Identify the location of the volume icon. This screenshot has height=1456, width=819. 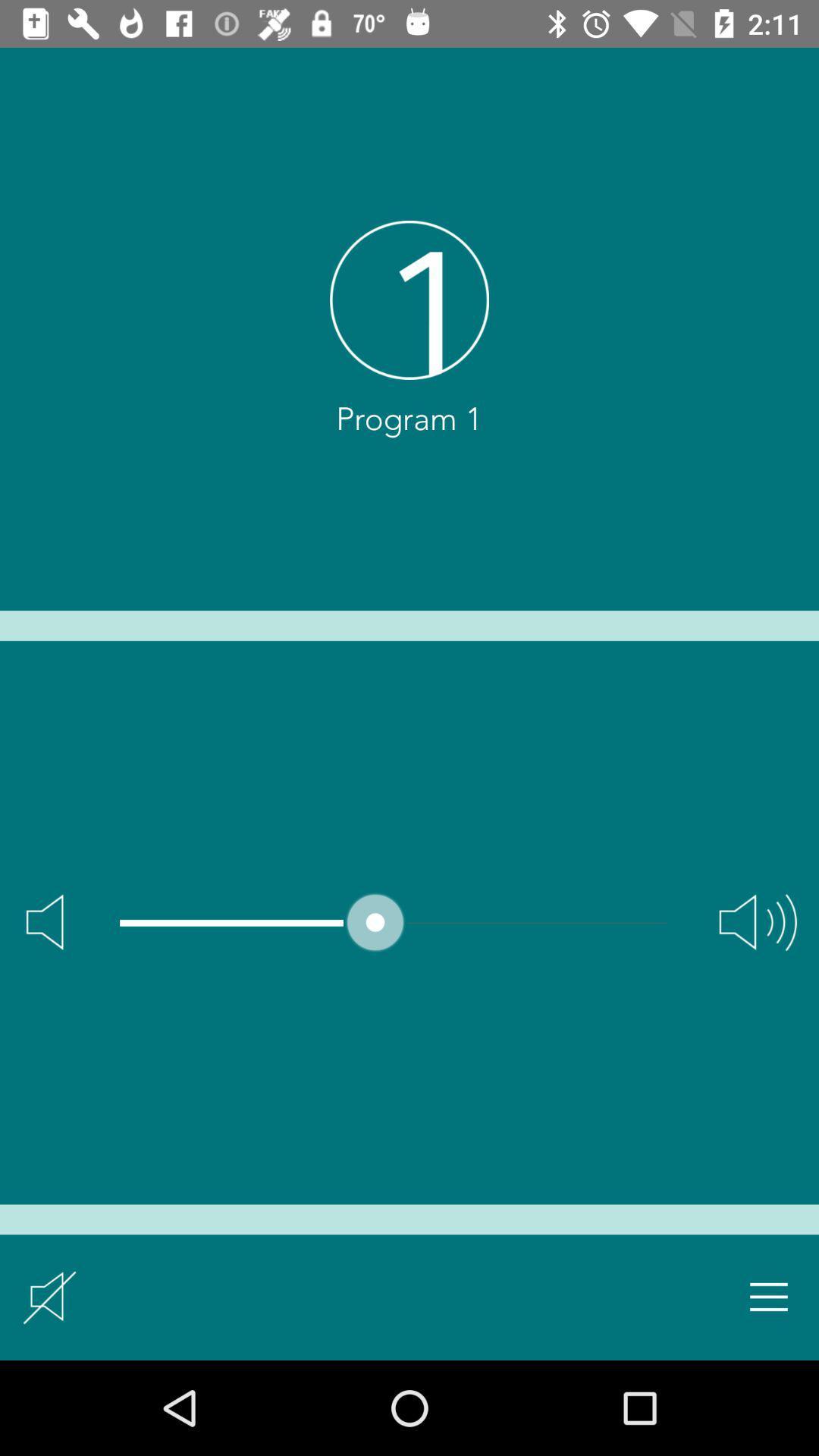
(49, 1296).